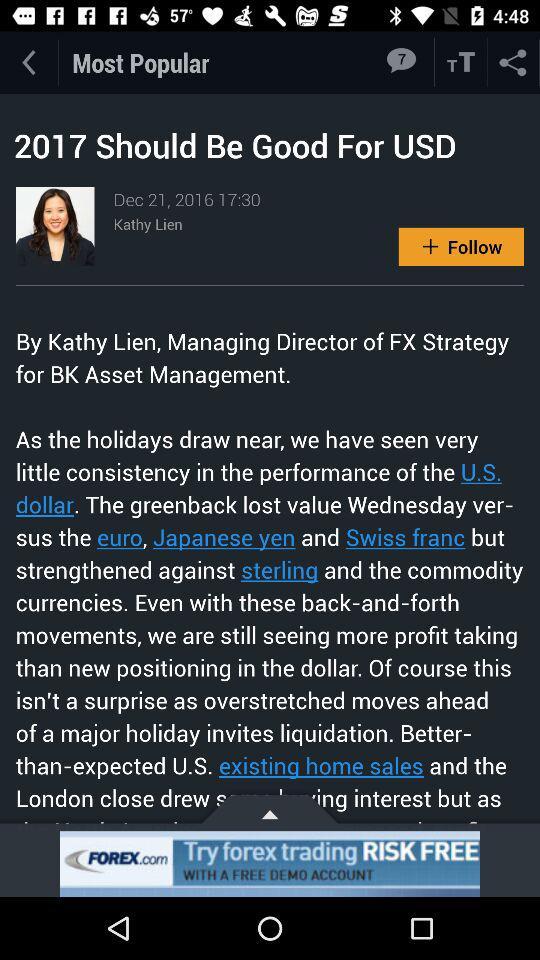  I want to click on follow option, so click(461, 245).